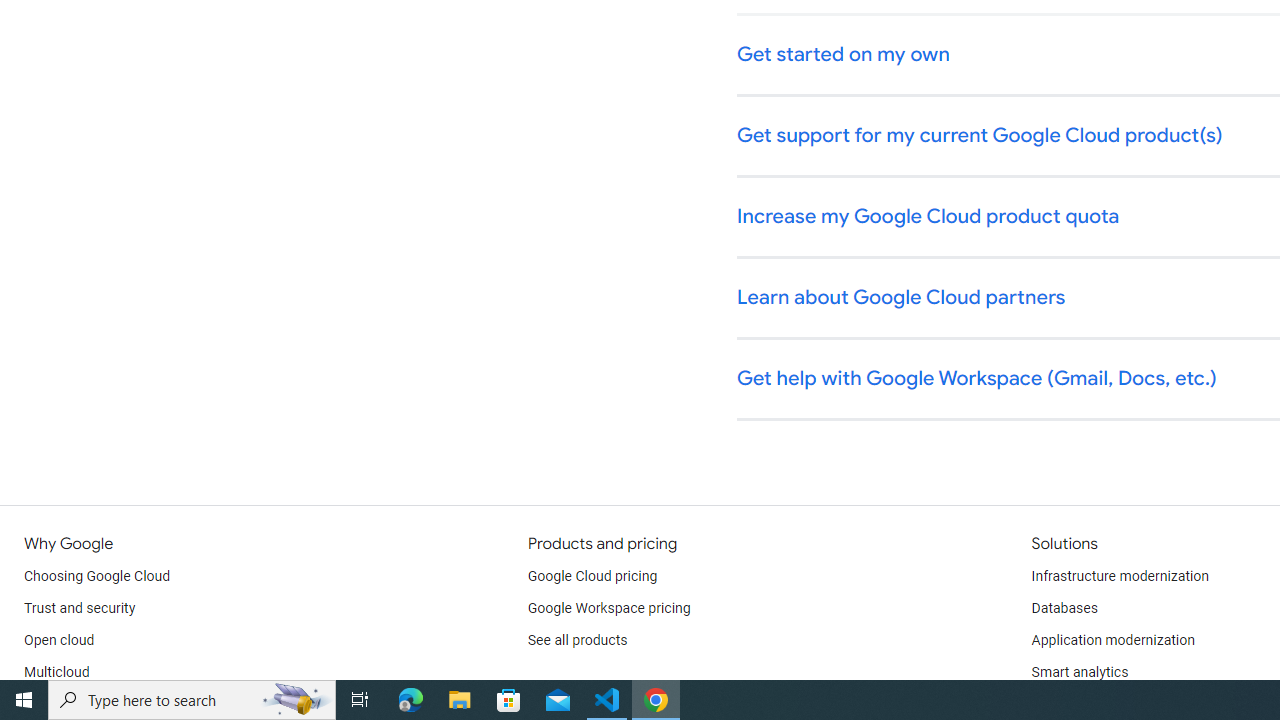 This screenshot has height=720, width=1280. Describe the element at coordinates (96, 577) in the screenshot. I see `'Choosing Google Cloud'` at that location.